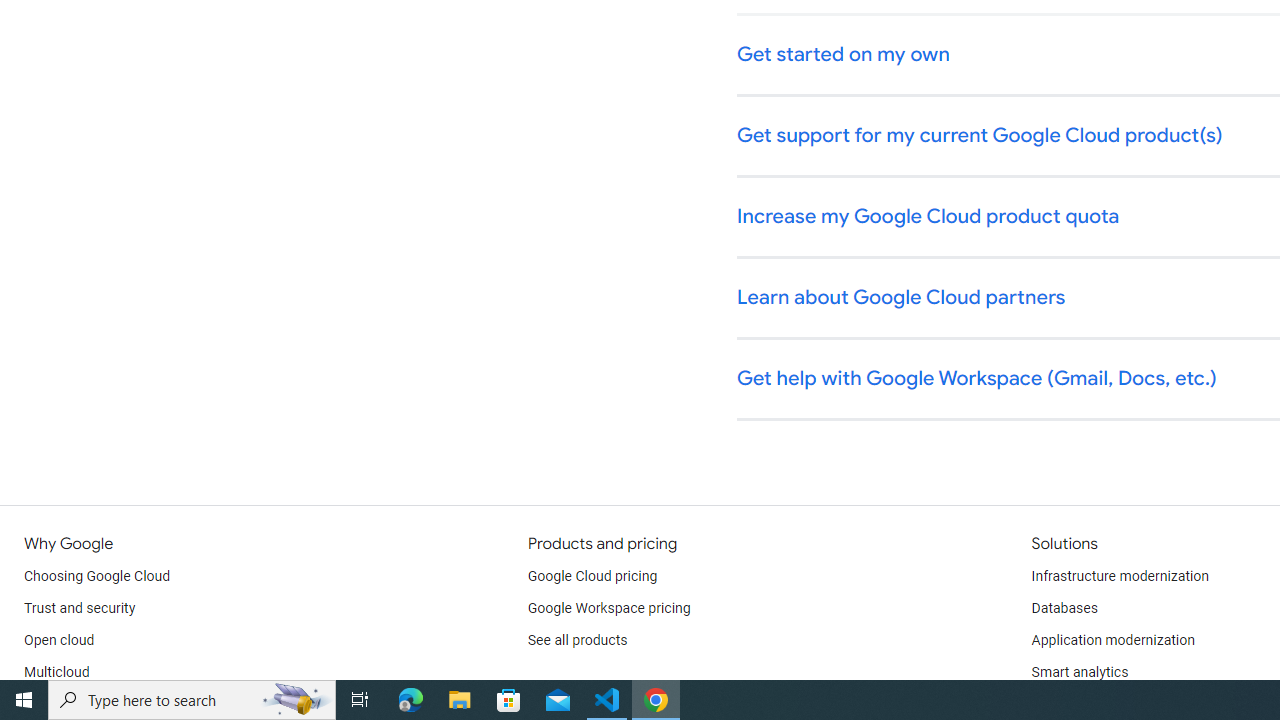 This screenshot has height=720, width=1280. Describe the element at coordinates (96, 577) in the screenshot. I see `'Choosing Google Cloud'` at that location.